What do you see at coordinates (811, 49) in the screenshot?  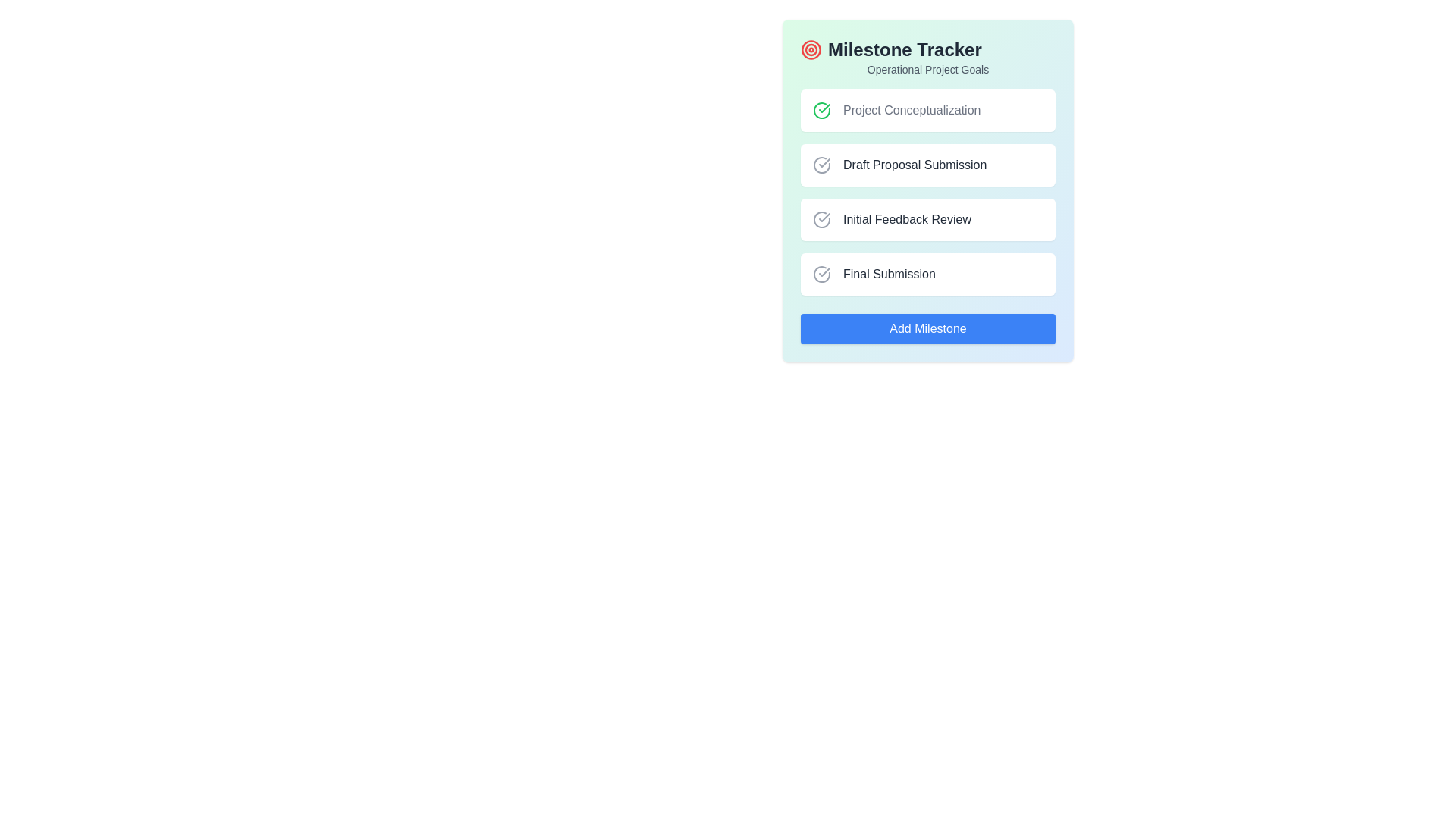 I see `the outermost SVG circle element that is part of the target icon for the milestone tracker interface, located to the left of the 'Milestone Tracker' header text` at bounding box center [811, 49].